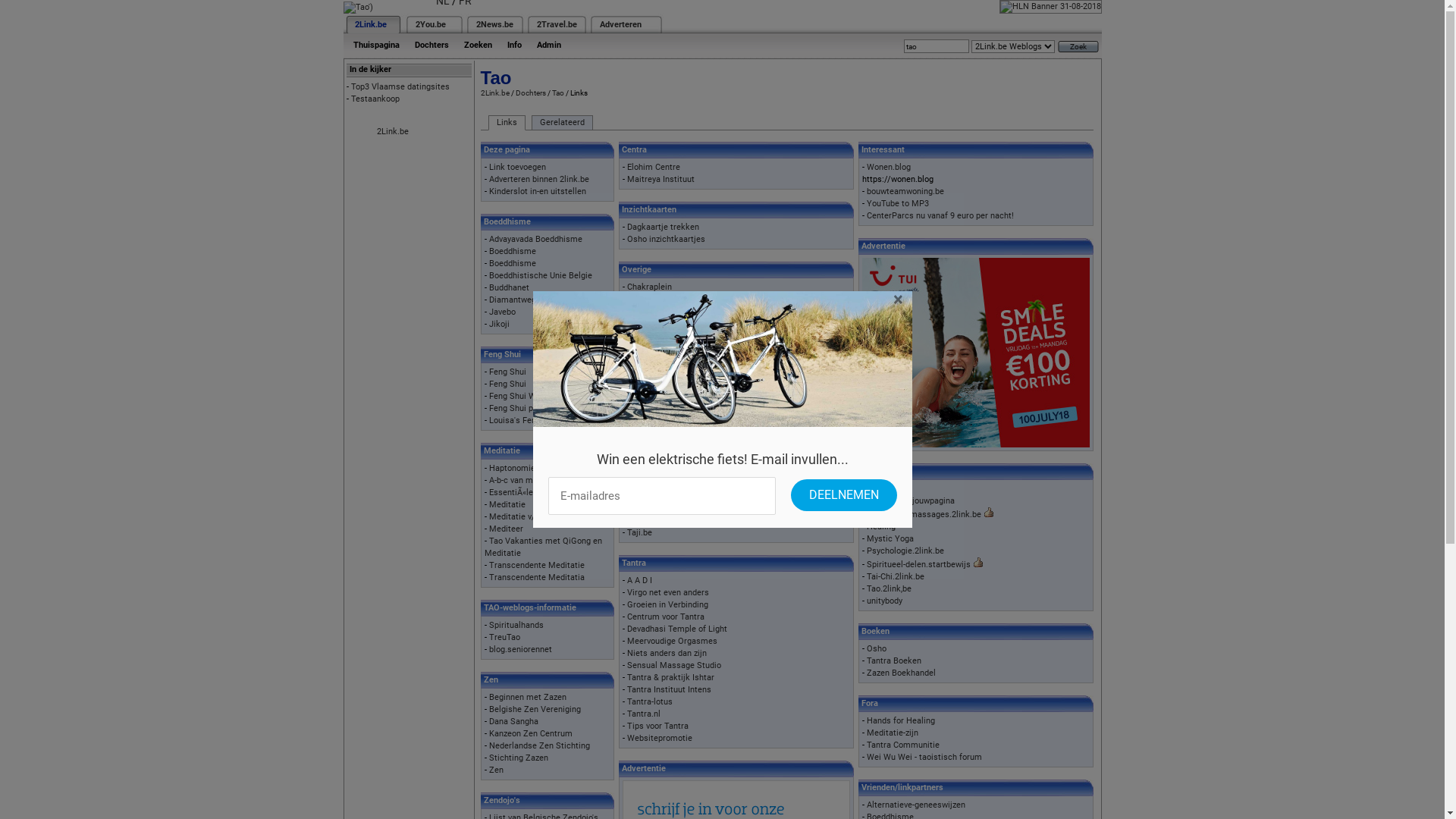 The width and height of the screenshot is (1456, 819). What do you see at coordinates (501, 311) in the screenshot?
I see `'Javebo'` at bounding box center [501, 311].